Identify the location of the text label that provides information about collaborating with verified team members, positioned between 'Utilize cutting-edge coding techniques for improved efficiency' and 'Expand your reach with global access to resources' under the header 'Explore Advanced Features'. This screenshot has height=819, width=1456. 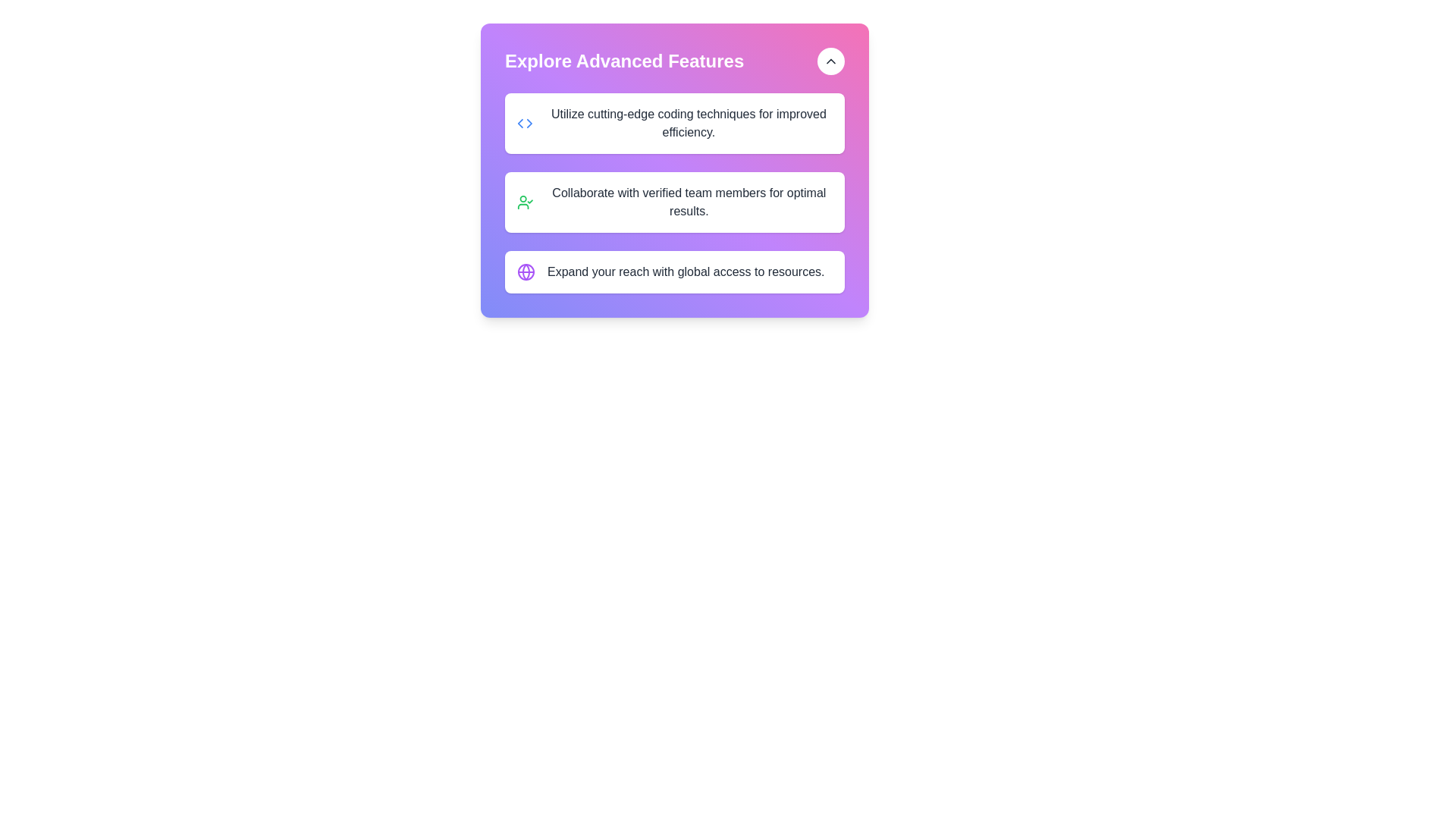
(688, 201).